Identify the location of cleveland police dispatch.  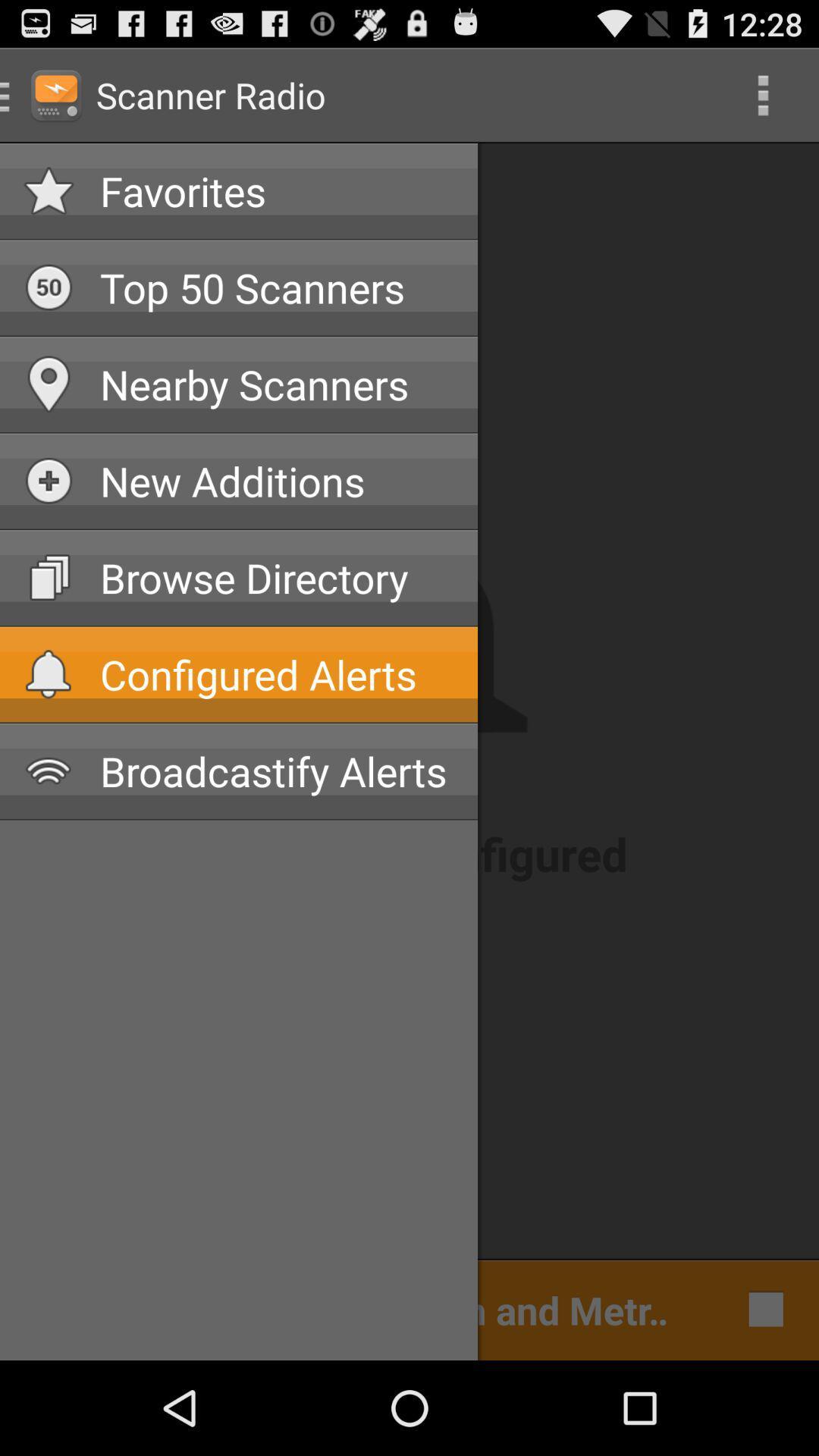
(353, 1308).